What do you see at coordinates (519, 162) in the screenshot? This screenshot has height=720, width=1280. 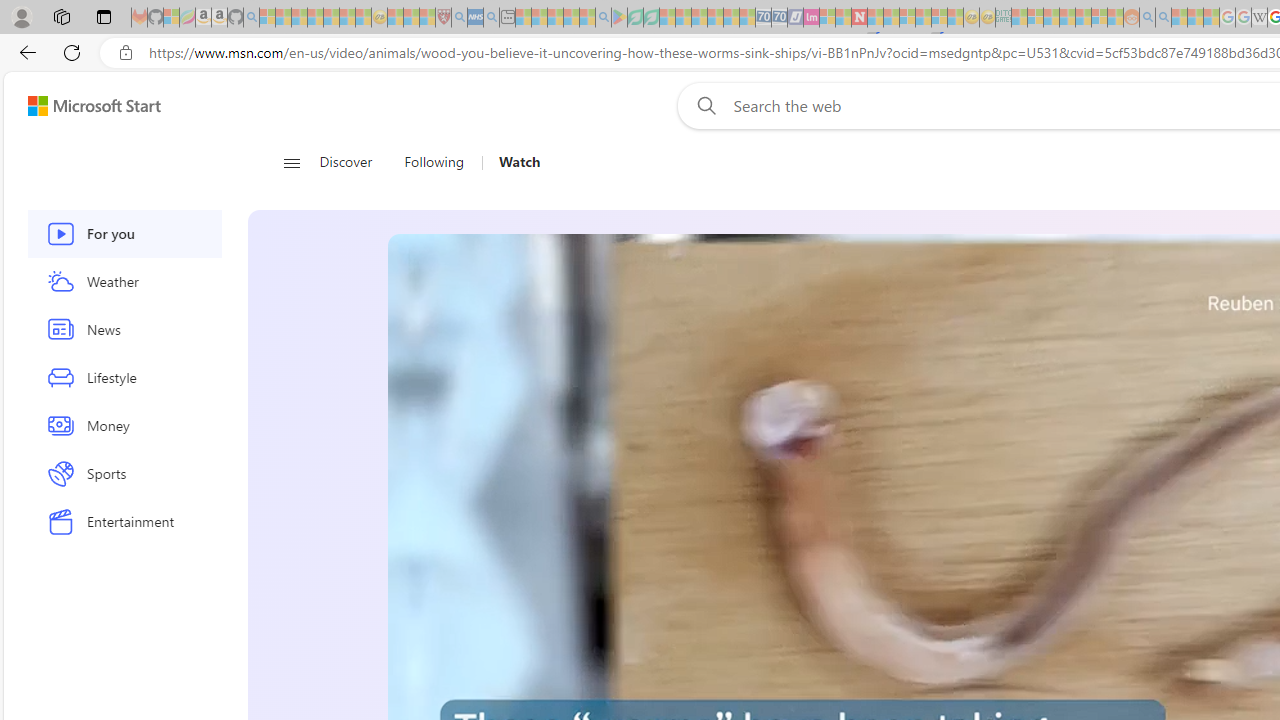 I see `'Watch'` at bounding box center [519, 162].